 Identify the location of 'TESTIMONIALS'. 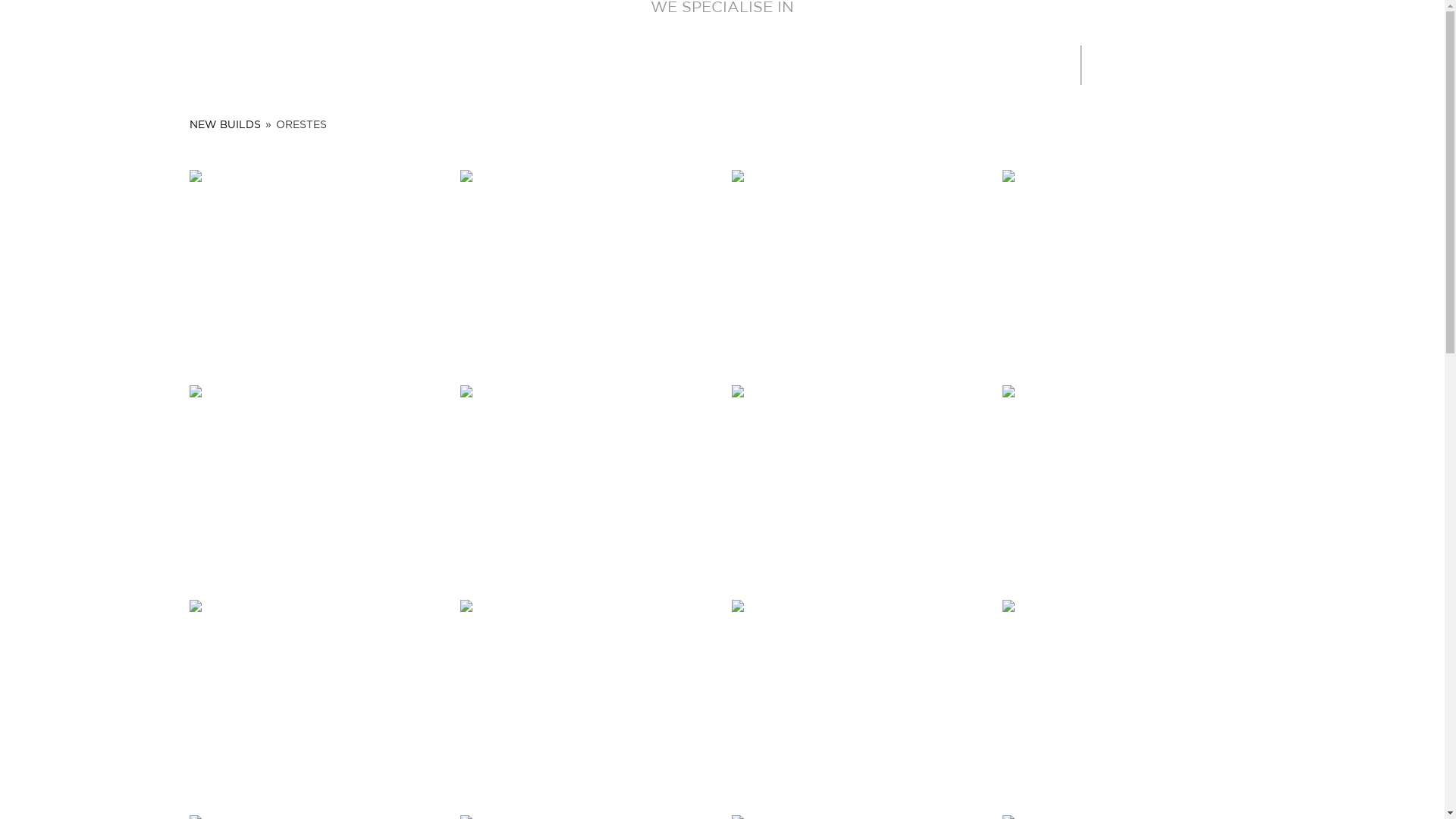
(738, 62).